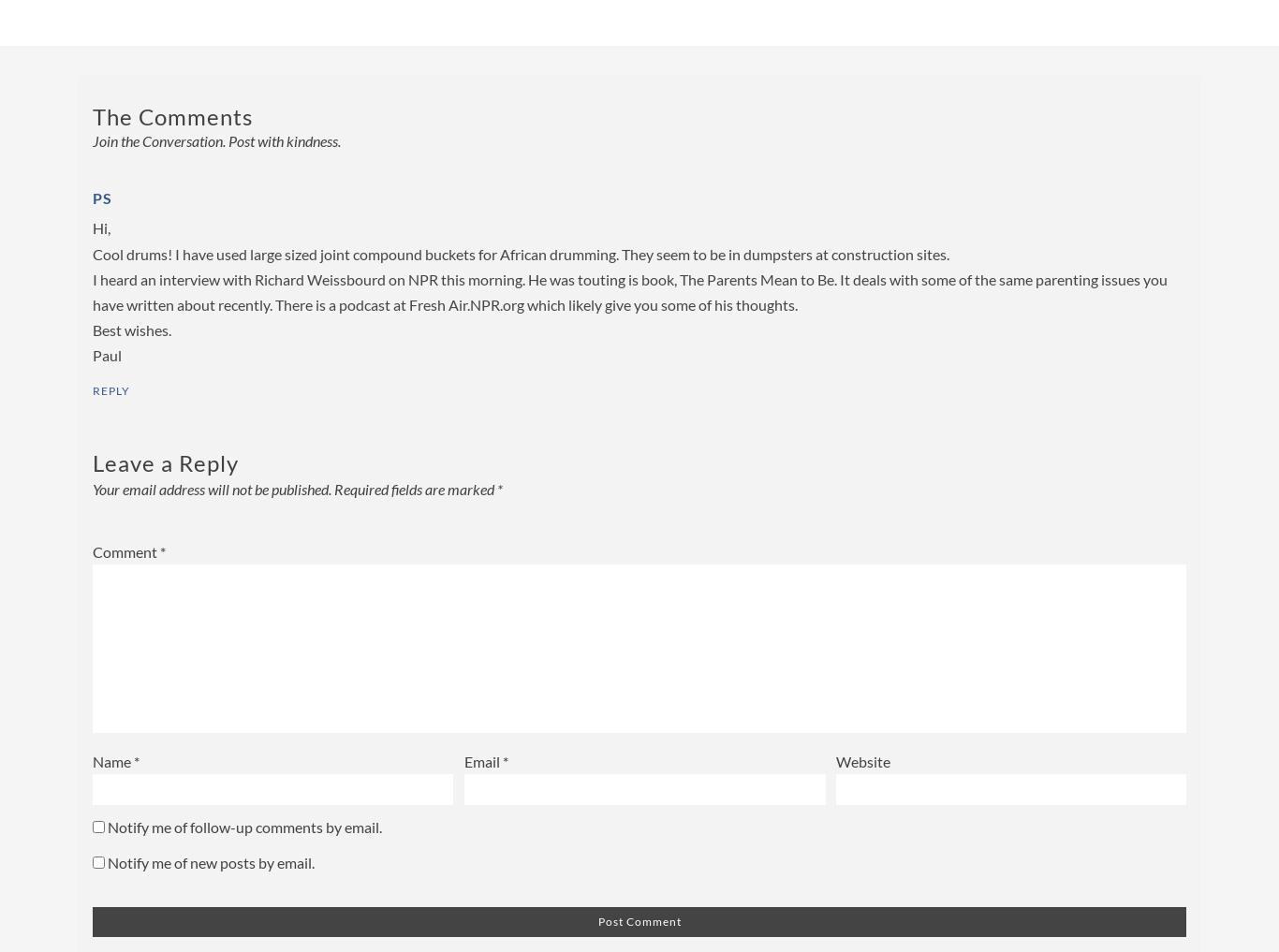 Image resolution: width=1279 pixels, height=952 pixels. What do you see at coordinates (112, 760) in the screenshot?
I see `'Name'` at bounding box center [112, 760].